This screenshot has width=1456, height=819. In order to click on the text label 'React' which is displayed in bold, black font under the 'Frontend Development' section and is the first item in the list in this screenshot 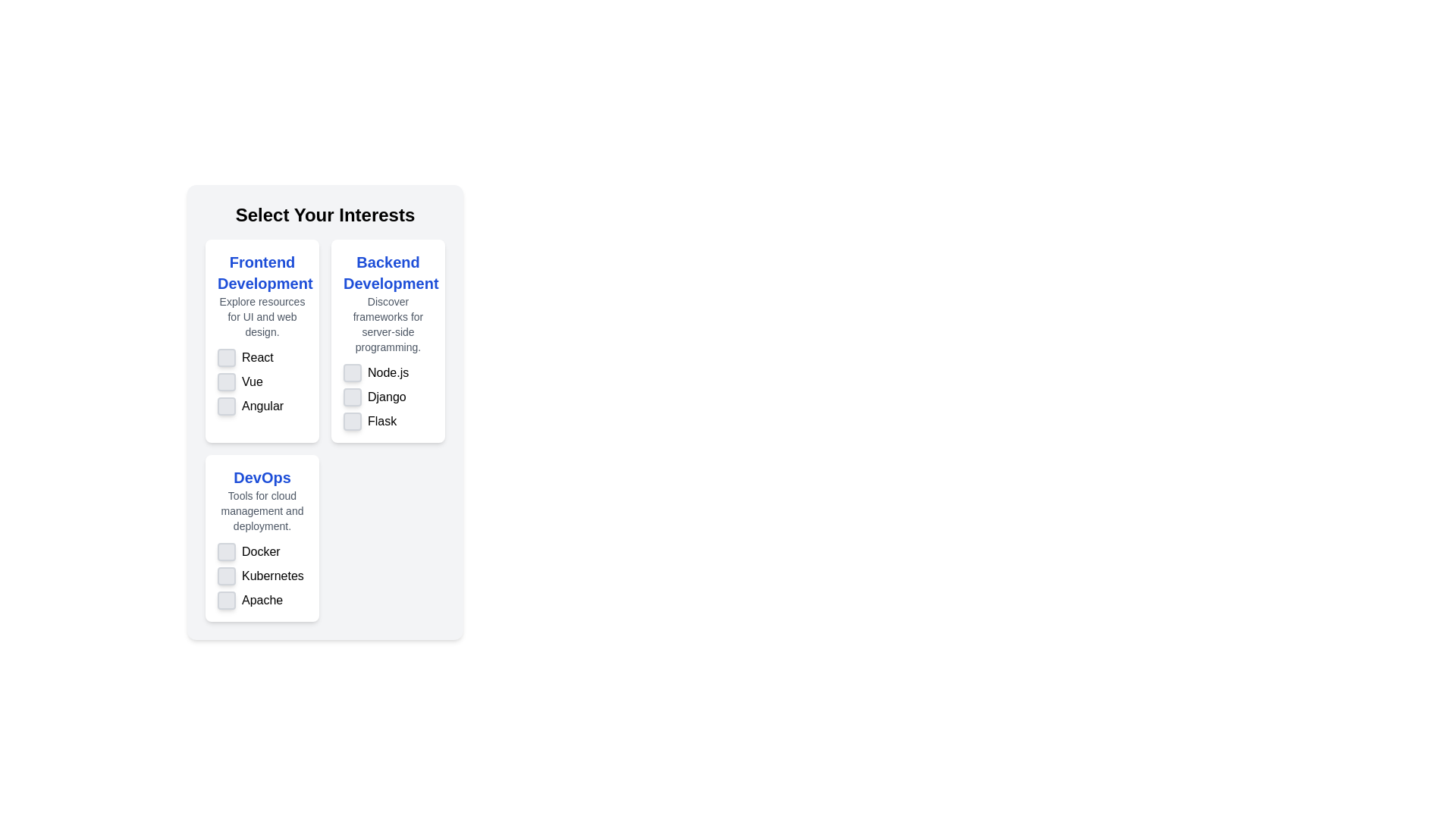, I will do `click(257, 357)`.